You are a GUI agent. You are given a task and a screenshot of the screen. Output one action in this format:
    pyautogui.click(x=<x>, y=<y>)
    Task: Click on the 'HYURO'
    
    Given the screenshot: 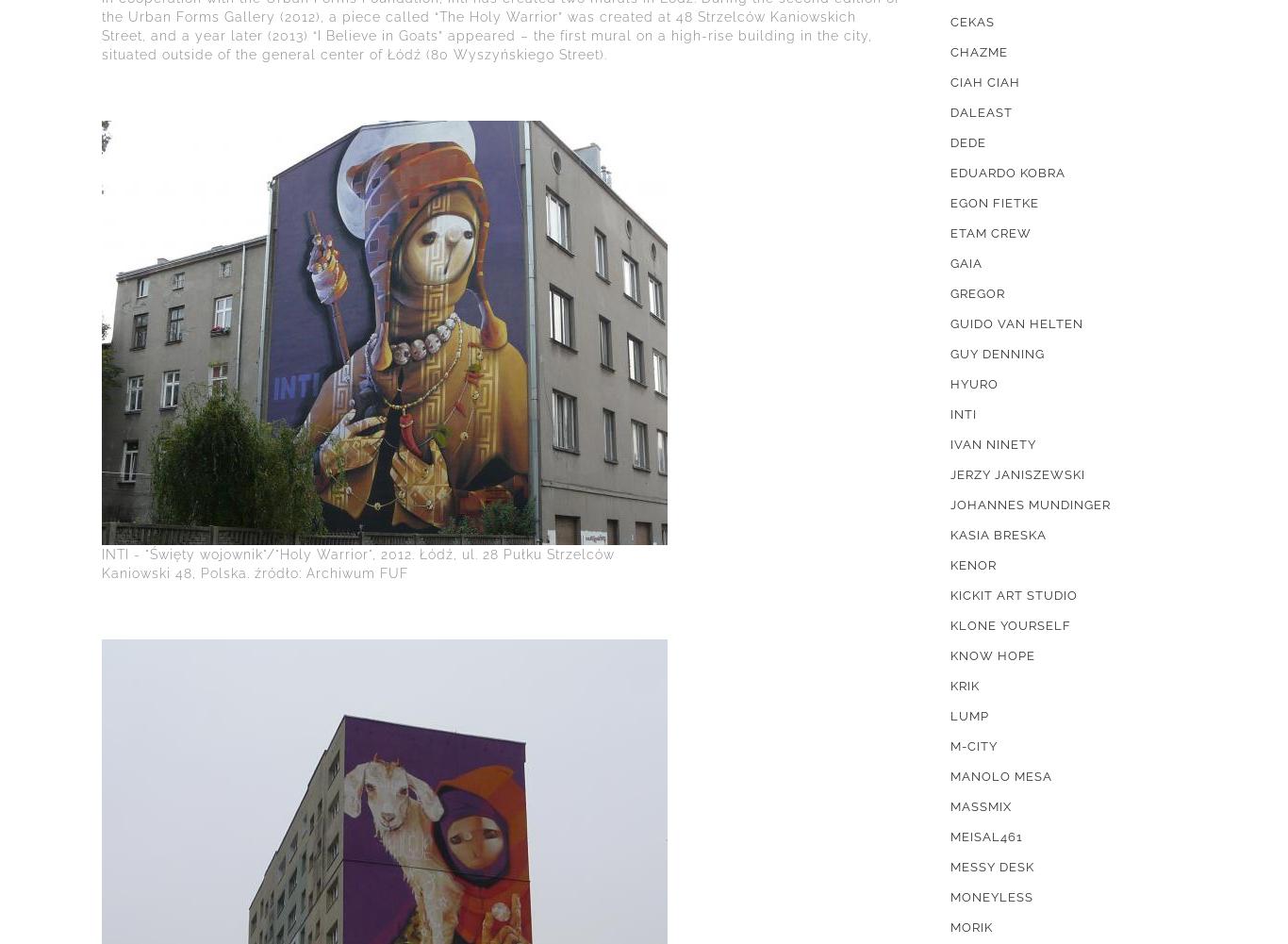 What is the action you would take?
    pyautogui.click(x=949, y=383)
    